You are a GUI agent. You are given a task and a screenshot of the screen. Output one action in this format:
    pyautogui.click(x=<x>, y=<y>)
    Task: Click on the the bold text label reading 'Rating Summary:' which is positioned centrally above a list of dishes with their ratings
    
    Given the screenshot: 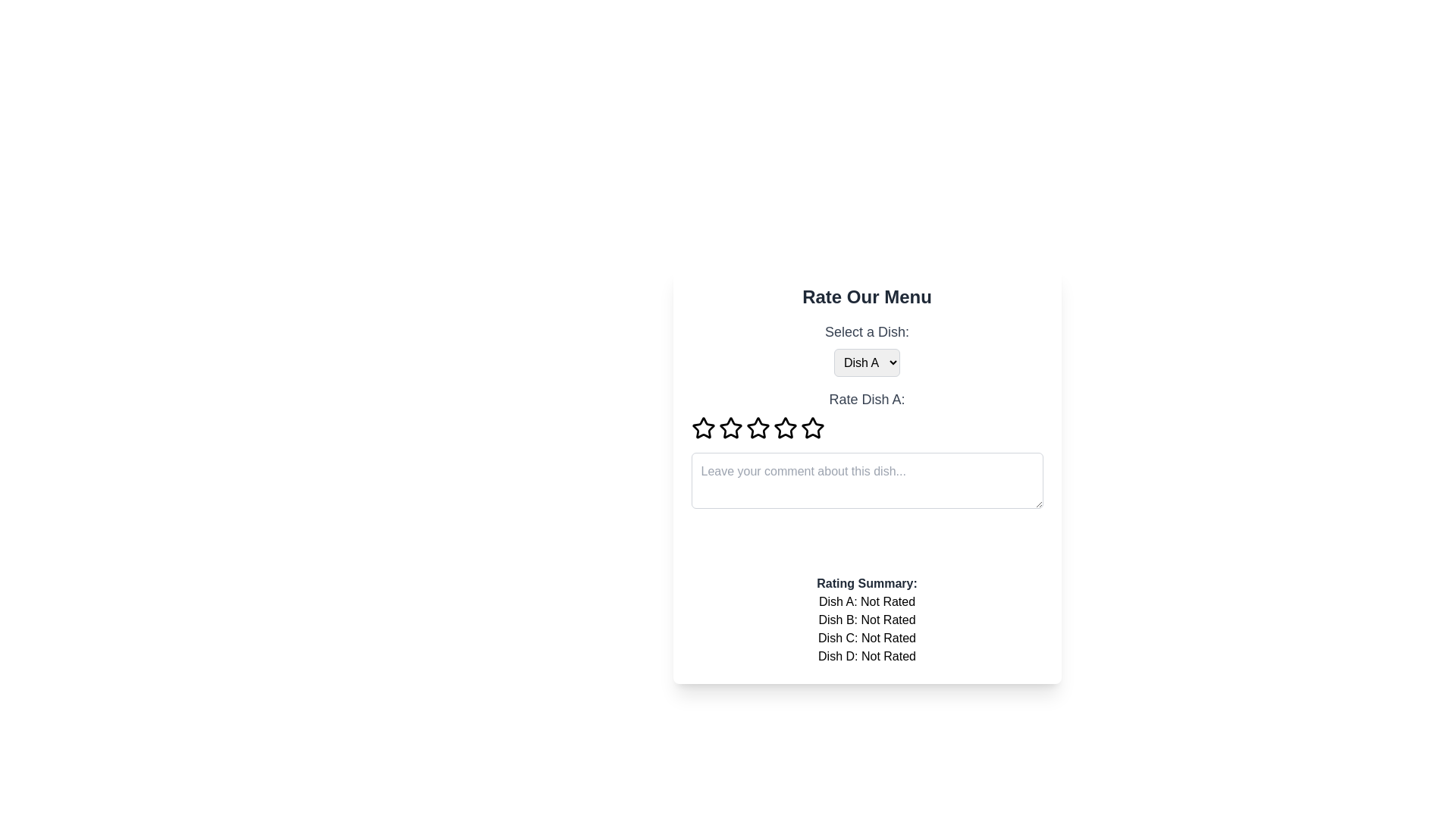 What is the action you would take?
    pyautogui.click(x=867, y=583)
    